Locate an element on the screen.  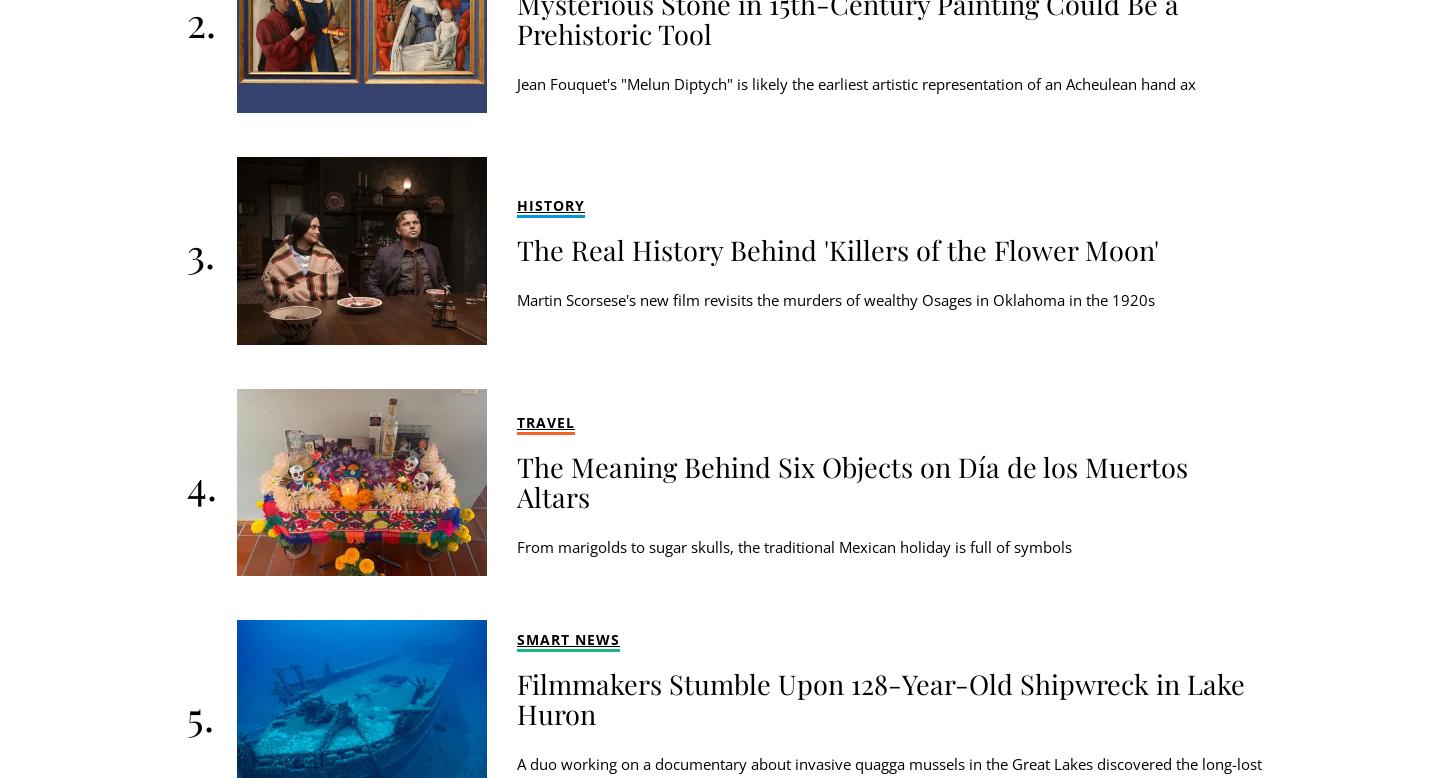
'4.' is located at coordinates (200, 482).